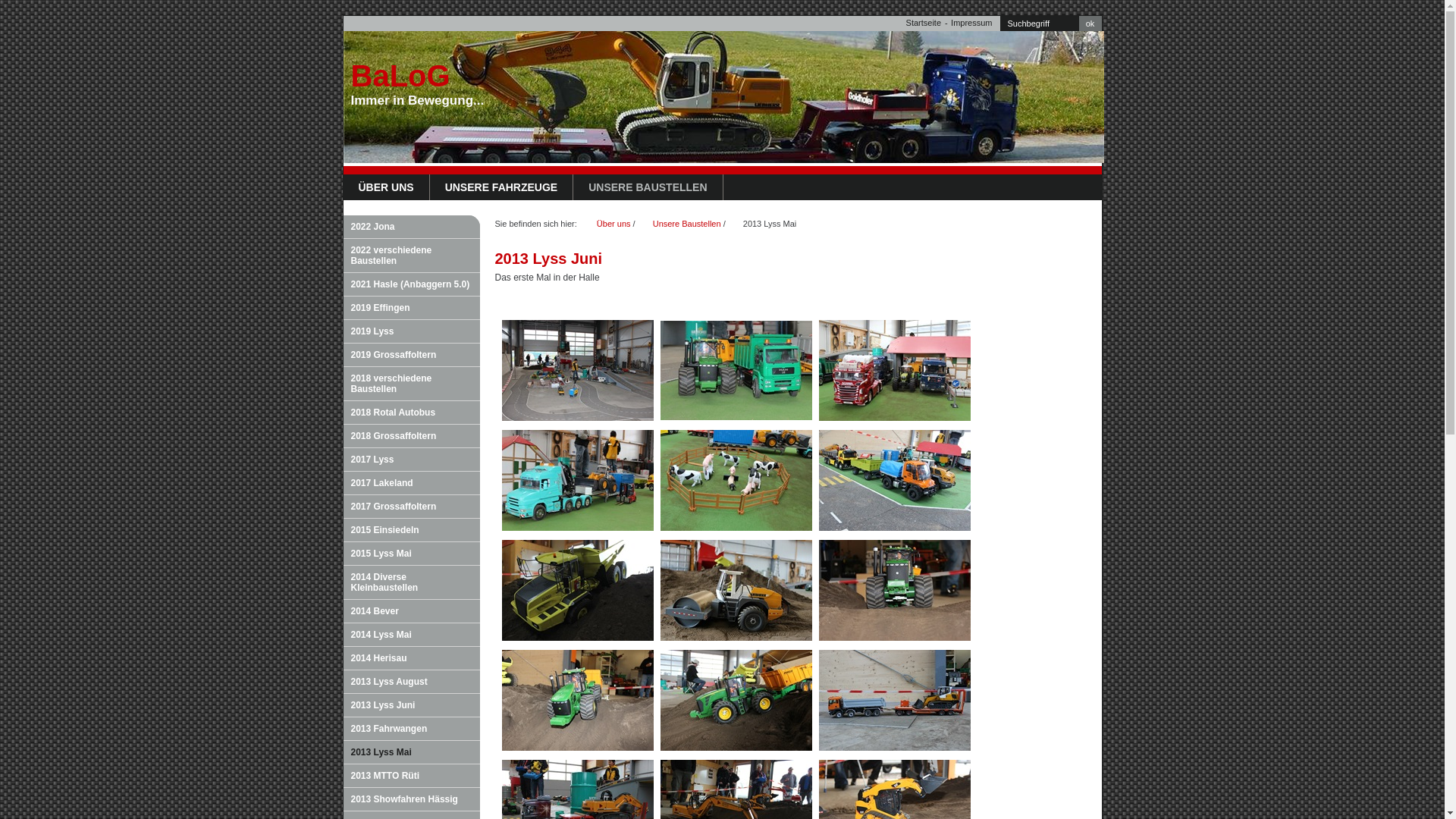 The image size is (1456, 819). Describe the element at coordinates (411, 413) in the screenshot. I see `'2018 Rotal Autobus'` at that location.